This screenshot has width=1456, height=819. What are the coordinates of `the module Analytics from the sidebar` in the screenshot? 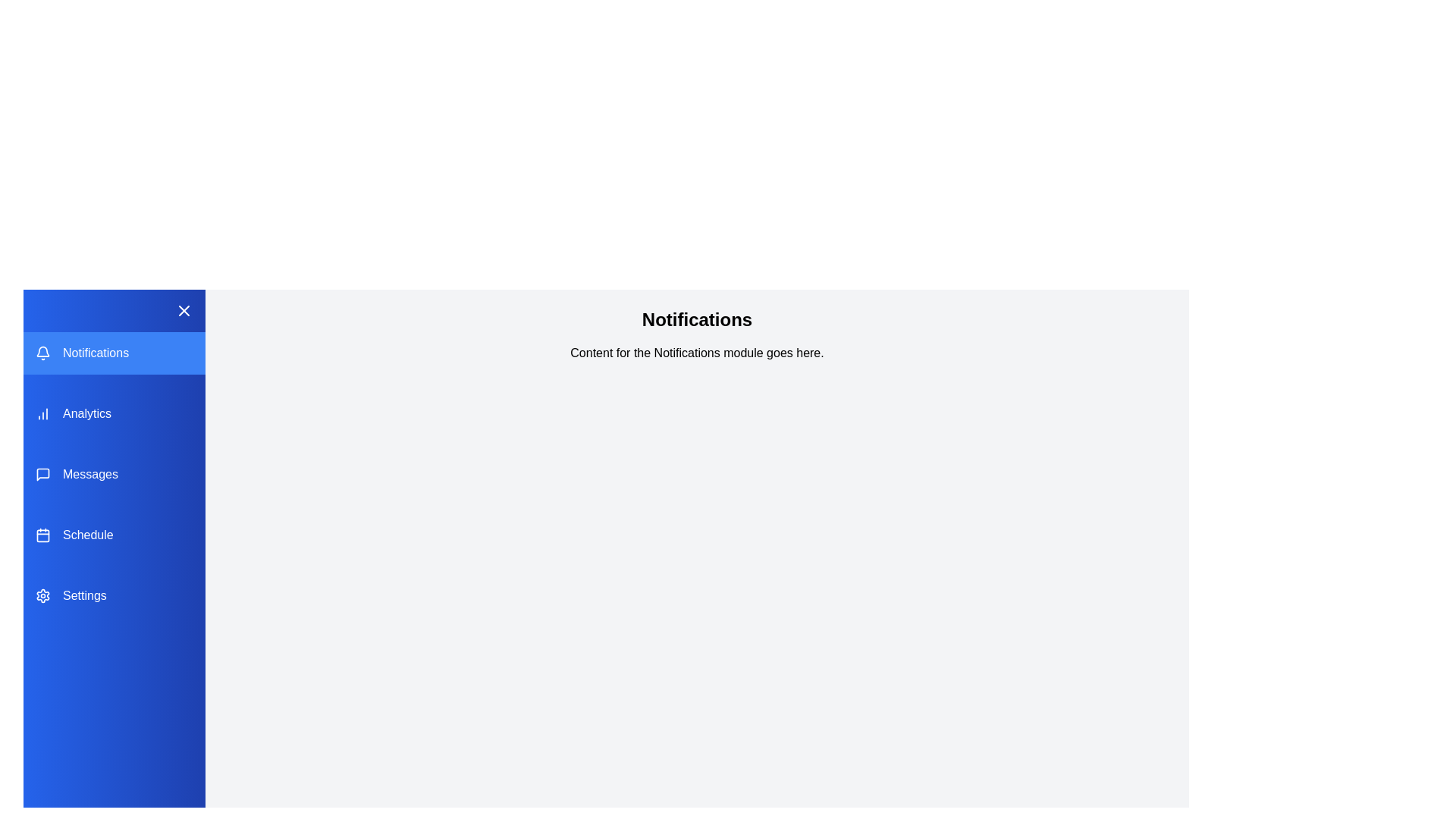 It's located at (113, 414).